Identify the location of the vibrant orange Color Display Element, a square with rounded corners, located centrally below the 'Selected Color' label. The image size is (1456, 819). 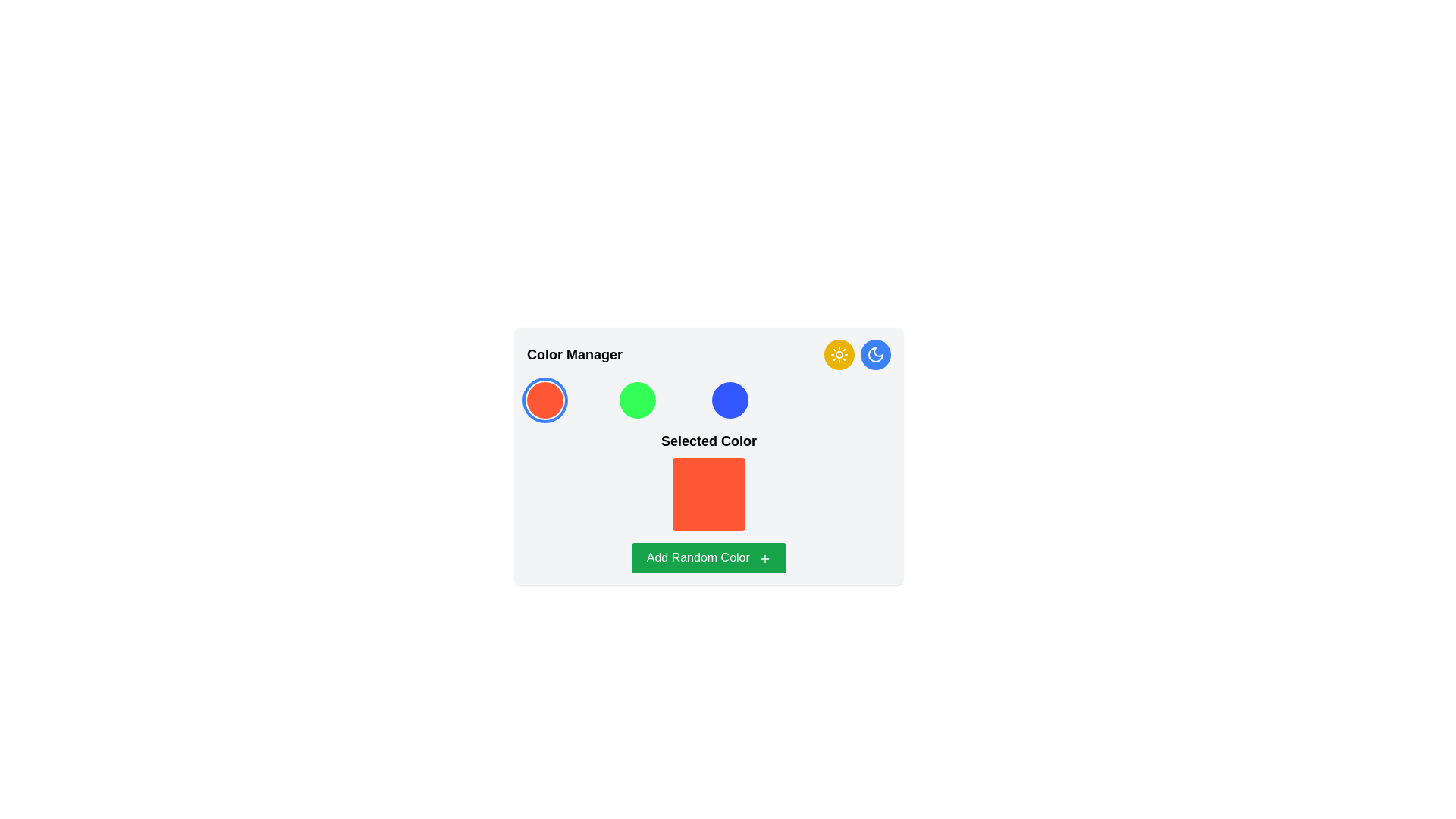
(708, 494).